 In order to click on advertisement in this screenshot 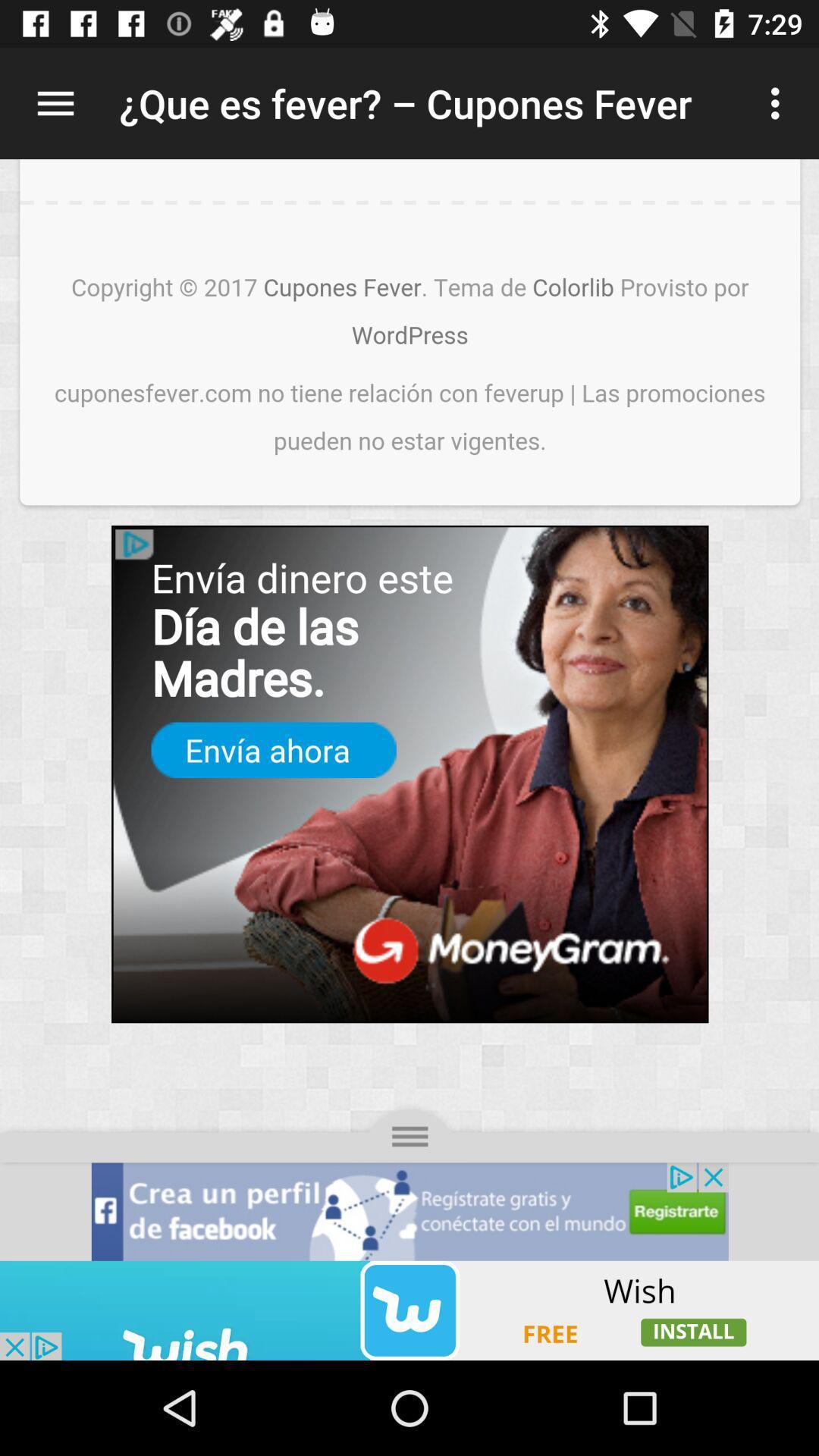, I will do `click(409, 1310)`.